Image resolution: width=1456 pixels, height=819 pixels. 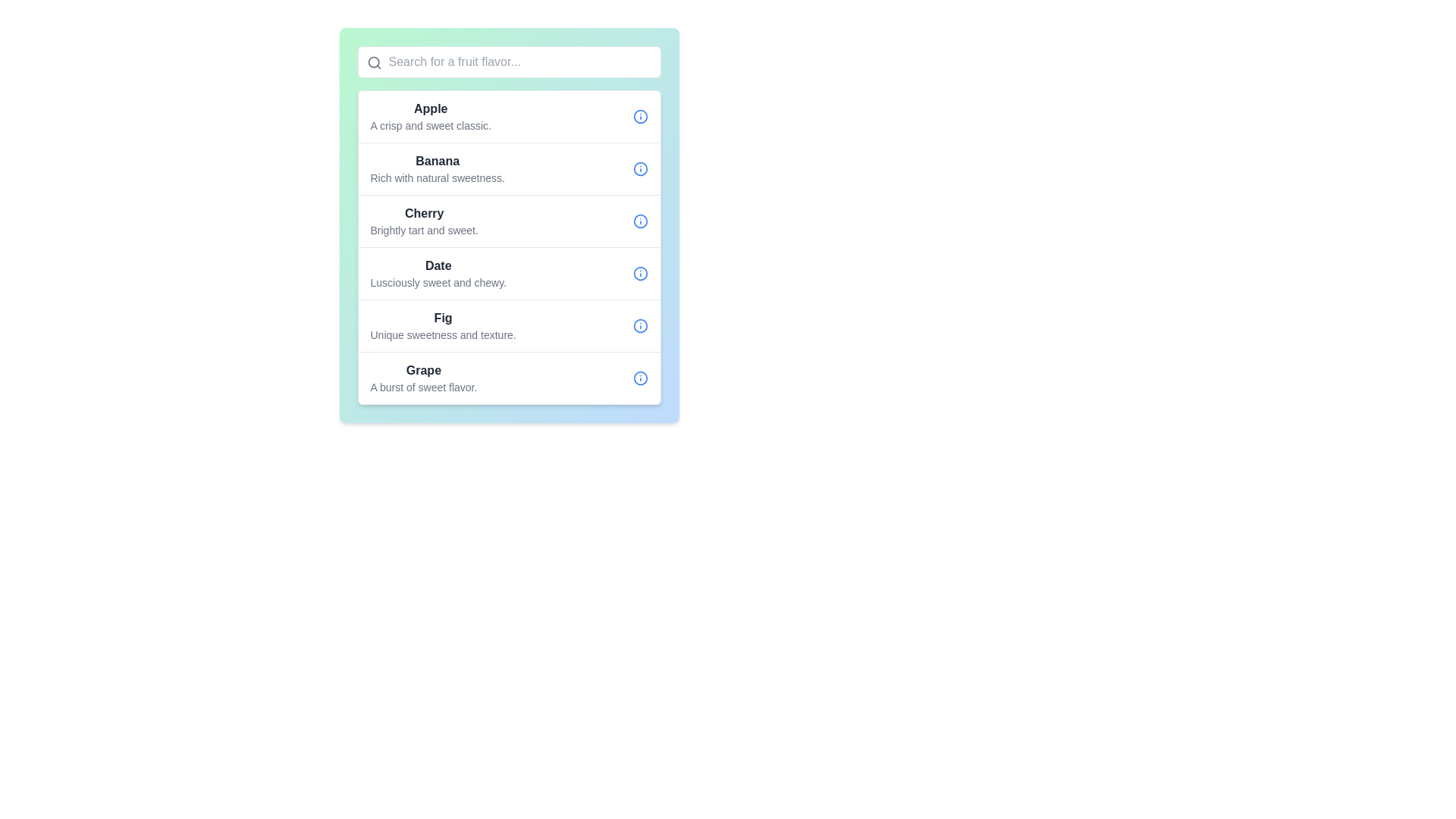 What do you see at coordinates (640, 169) in the screenshot?
I see `the circular blue icon with an 'info' symbol located to the right of the 'Banana' list item` at bounding box center [640, 169].